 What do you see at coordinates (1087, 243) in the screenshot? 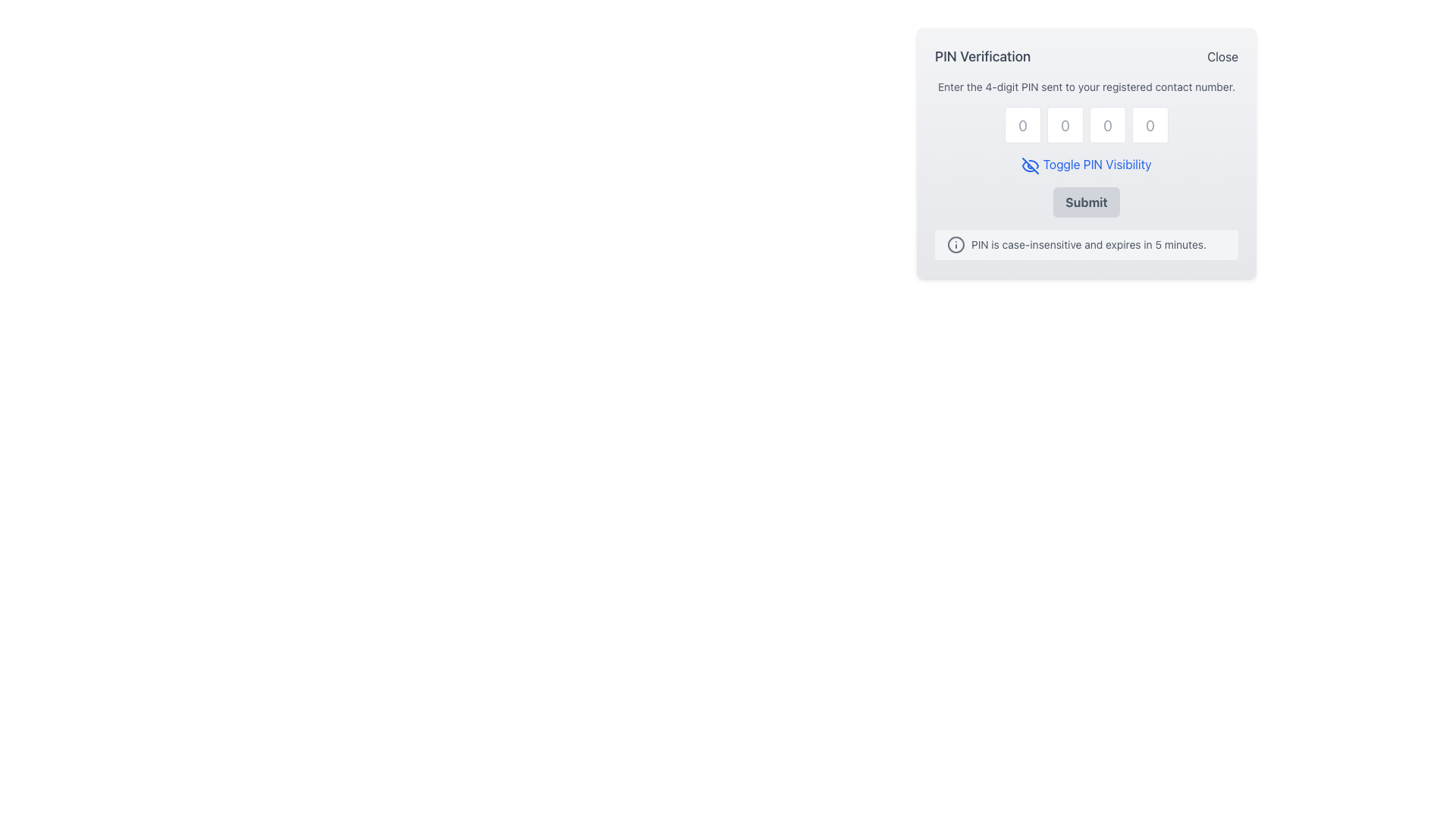
I see `the text element displaying the message 'PIN is case-insensitive and expires in 5 minutes.' located within the gray background of the 'PIN Verification' modal` at bounding box center [1087, 243].